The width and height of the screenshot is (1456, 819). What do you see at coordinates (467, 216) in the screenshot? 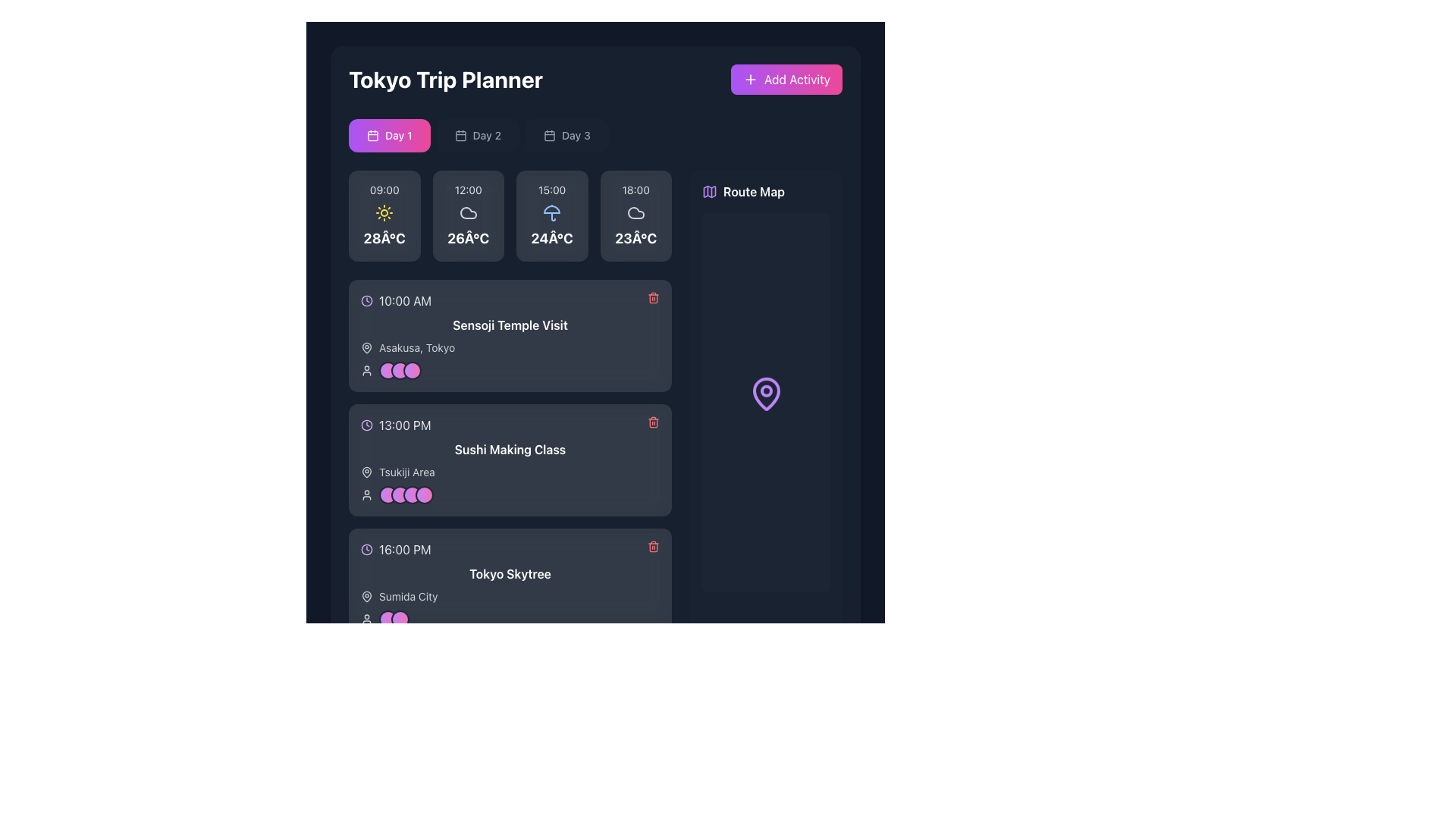
I see `the weather forecast display card showing '12:00' and '26°C', which is the second card in a grid layout` at bounding box center [467, 216].